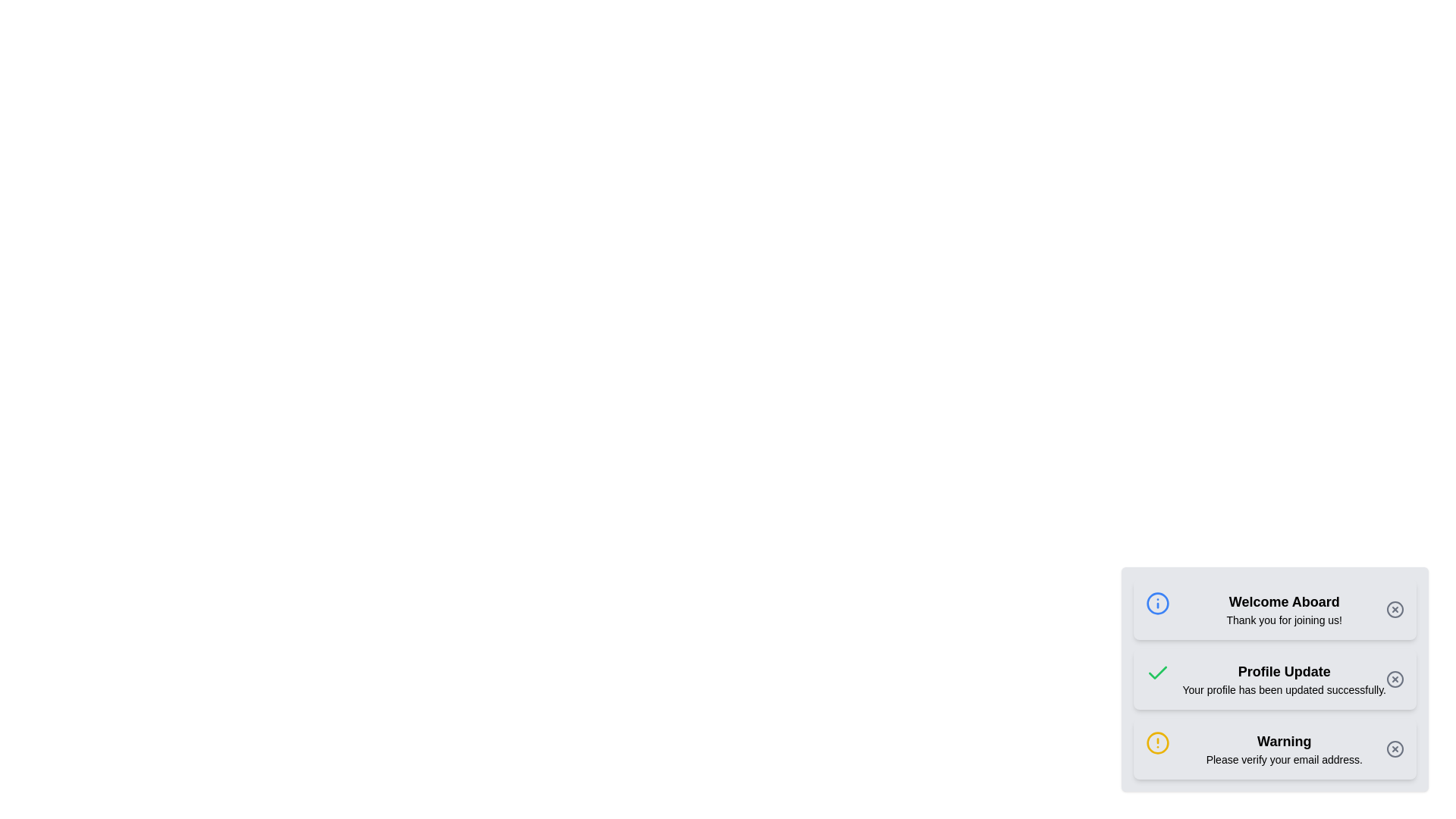 The width and height of the screenshot is (1456, 819). What do you see at coordinates (1157, 742) in the screenshot?
I see `the yellow circular icon with a centered exclamation mark located at the leftmost part of the lower warning message in the notification panel, preceding the text 'Please verify your email address.'` at bounding box center [1157, 742].